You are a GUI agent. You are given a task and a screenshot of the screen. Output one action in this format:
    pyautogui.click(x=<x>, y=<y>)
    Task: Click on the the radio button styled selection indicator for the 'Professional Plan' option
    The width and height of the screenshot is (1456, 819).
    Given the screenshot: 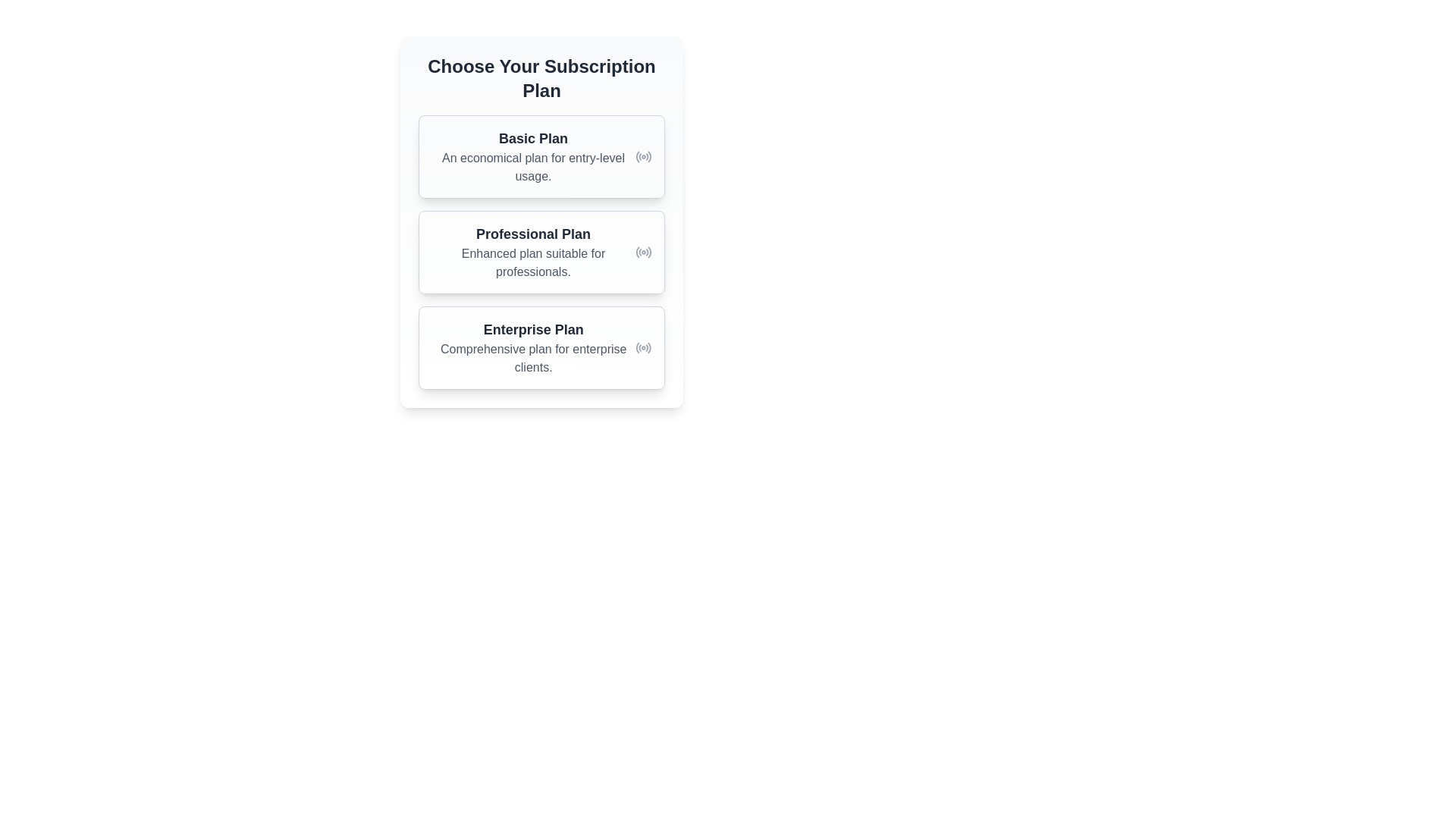 What is the action you would take?
    pyautogui.click(x=644, y=251)
    